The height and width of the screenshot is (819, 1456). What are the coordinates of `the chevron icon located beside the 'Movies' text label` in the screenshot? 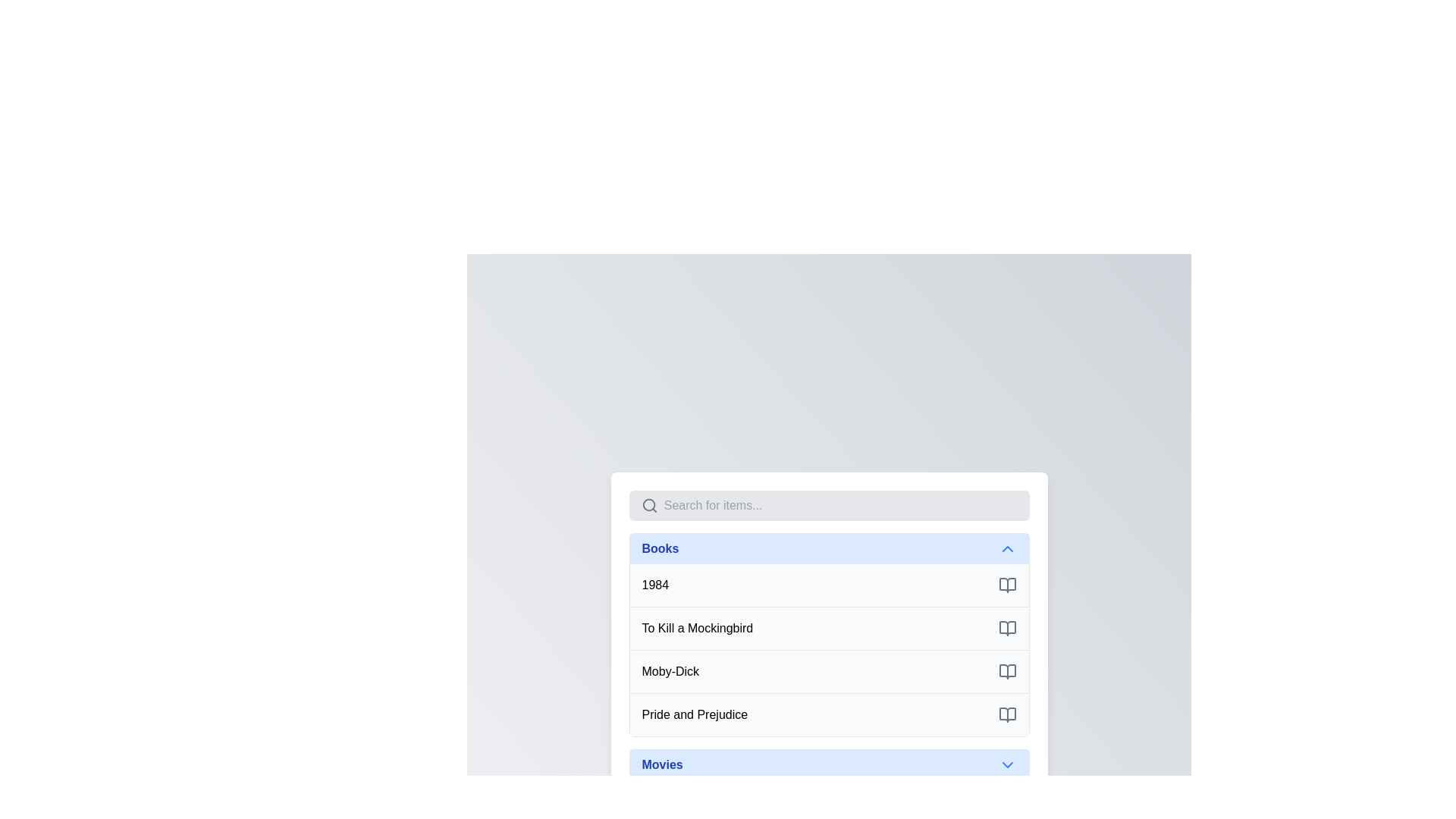 It's located at (1007, 764).